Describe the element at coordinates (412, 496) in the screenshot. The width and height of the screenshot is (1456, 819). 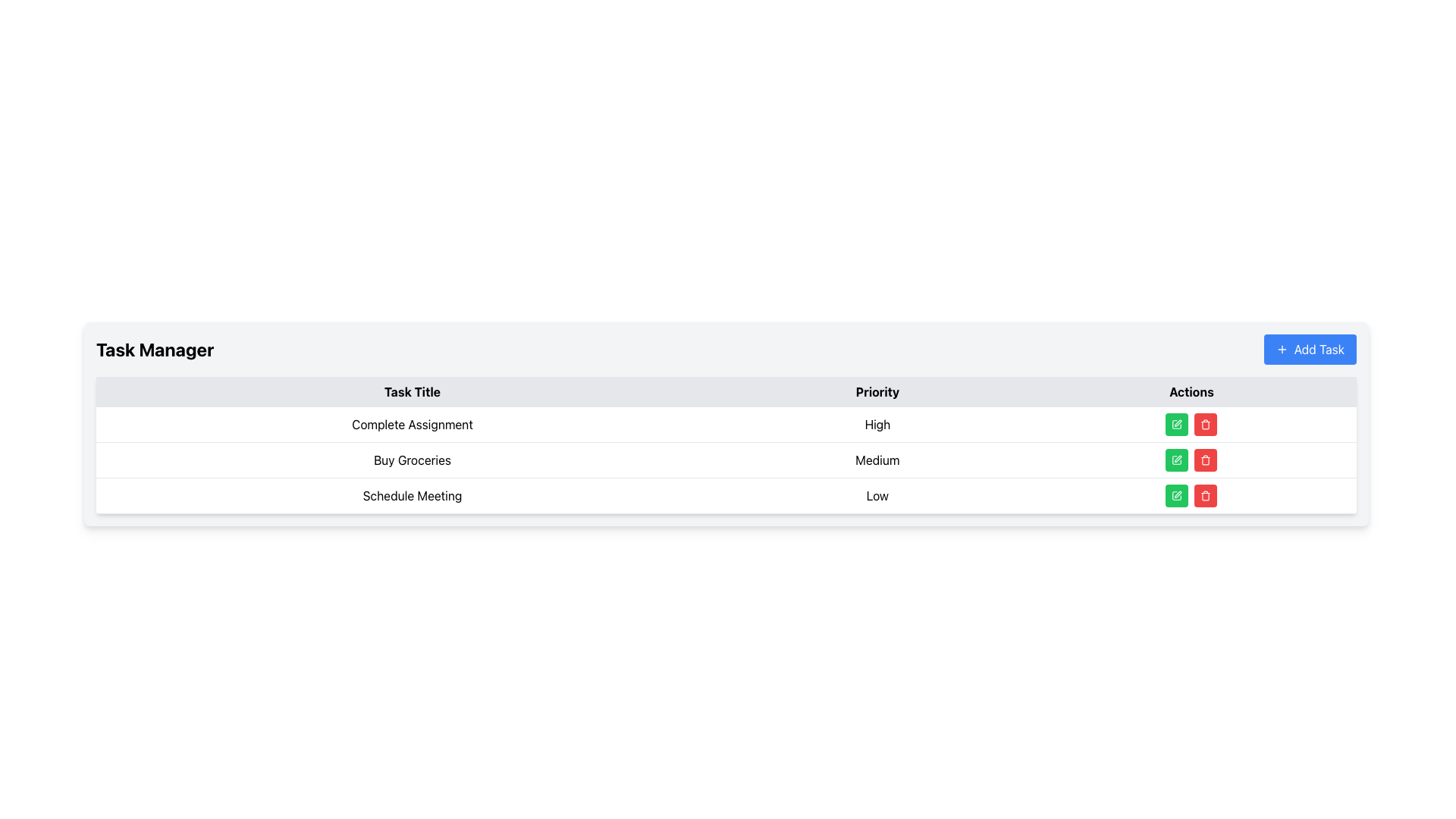
I see `the 'Schedule Meeting' text label located in the leftmost cell under the 'Task Title' column of the table row titled 'Schedule Meeting'` at that location.